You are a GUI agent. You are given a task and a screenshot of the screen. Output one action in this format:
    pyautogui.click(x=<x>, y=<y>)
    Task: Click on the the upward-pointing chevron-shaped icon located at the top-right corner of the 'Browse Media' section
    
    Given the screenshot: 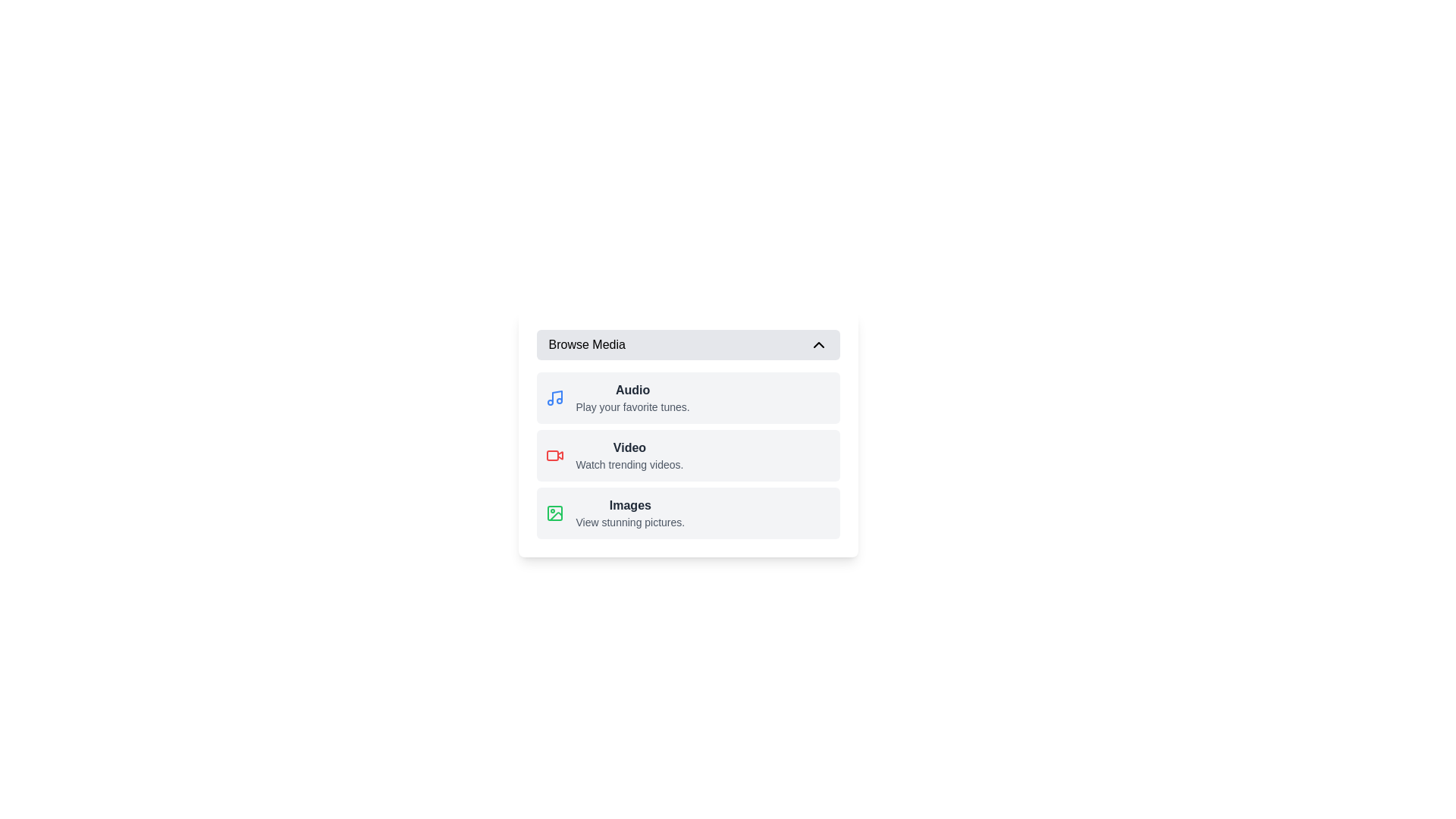 What is the action you would take?
    pyautogui.click(x=817, y=345)
    